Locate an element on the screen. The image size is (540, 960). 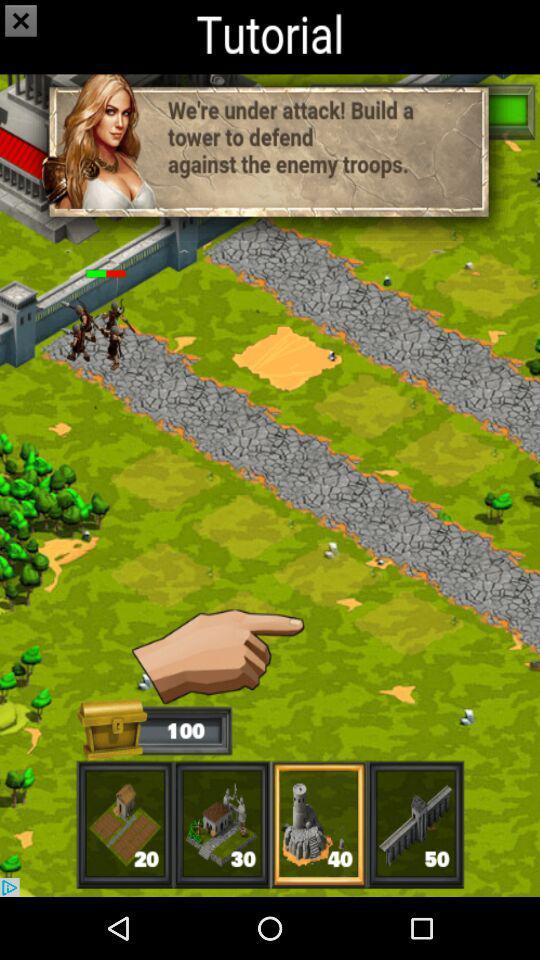
the close icon is located at coordinates (25, 34).